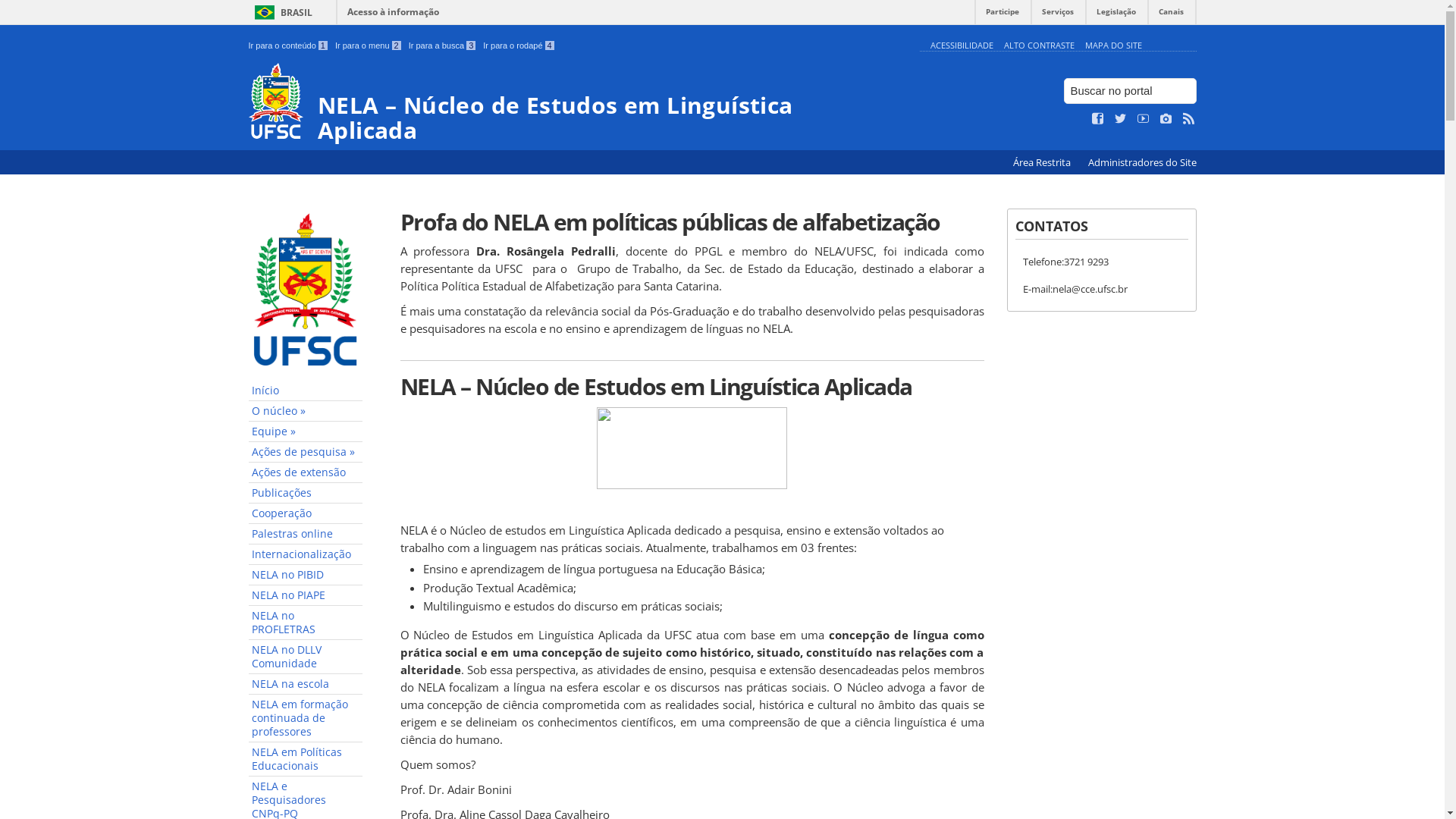 This screenshot has width=1456, height=819. I want to click on 'ACESSIBILIDADE', so click(960, 44).